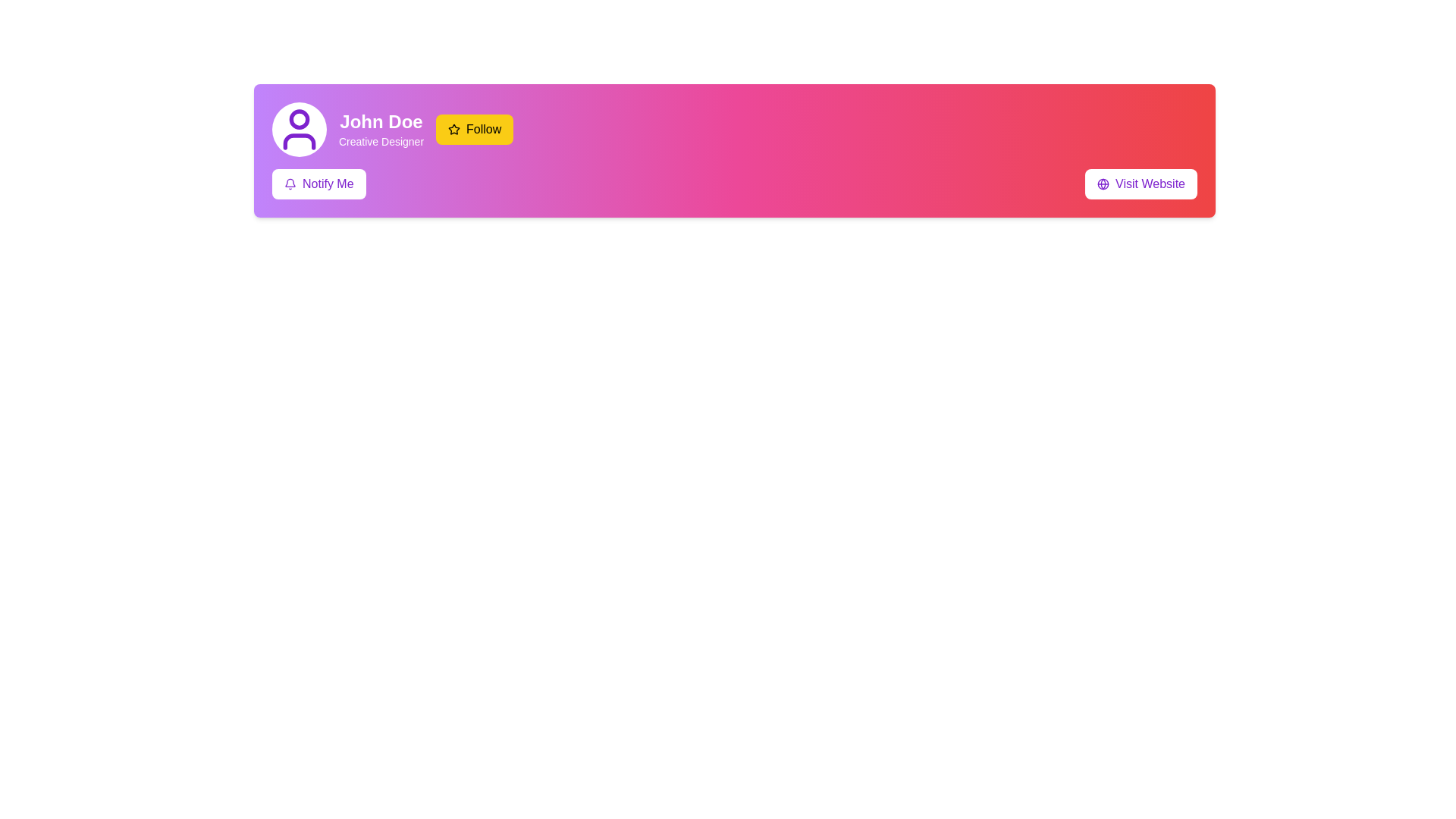  Describe the element at coordinates (299, 128) in the screenshot. I see `the Avatar Icon representing the user profile of 'John Doe', located to the left of the text elements and 'Follow' button` at that location.